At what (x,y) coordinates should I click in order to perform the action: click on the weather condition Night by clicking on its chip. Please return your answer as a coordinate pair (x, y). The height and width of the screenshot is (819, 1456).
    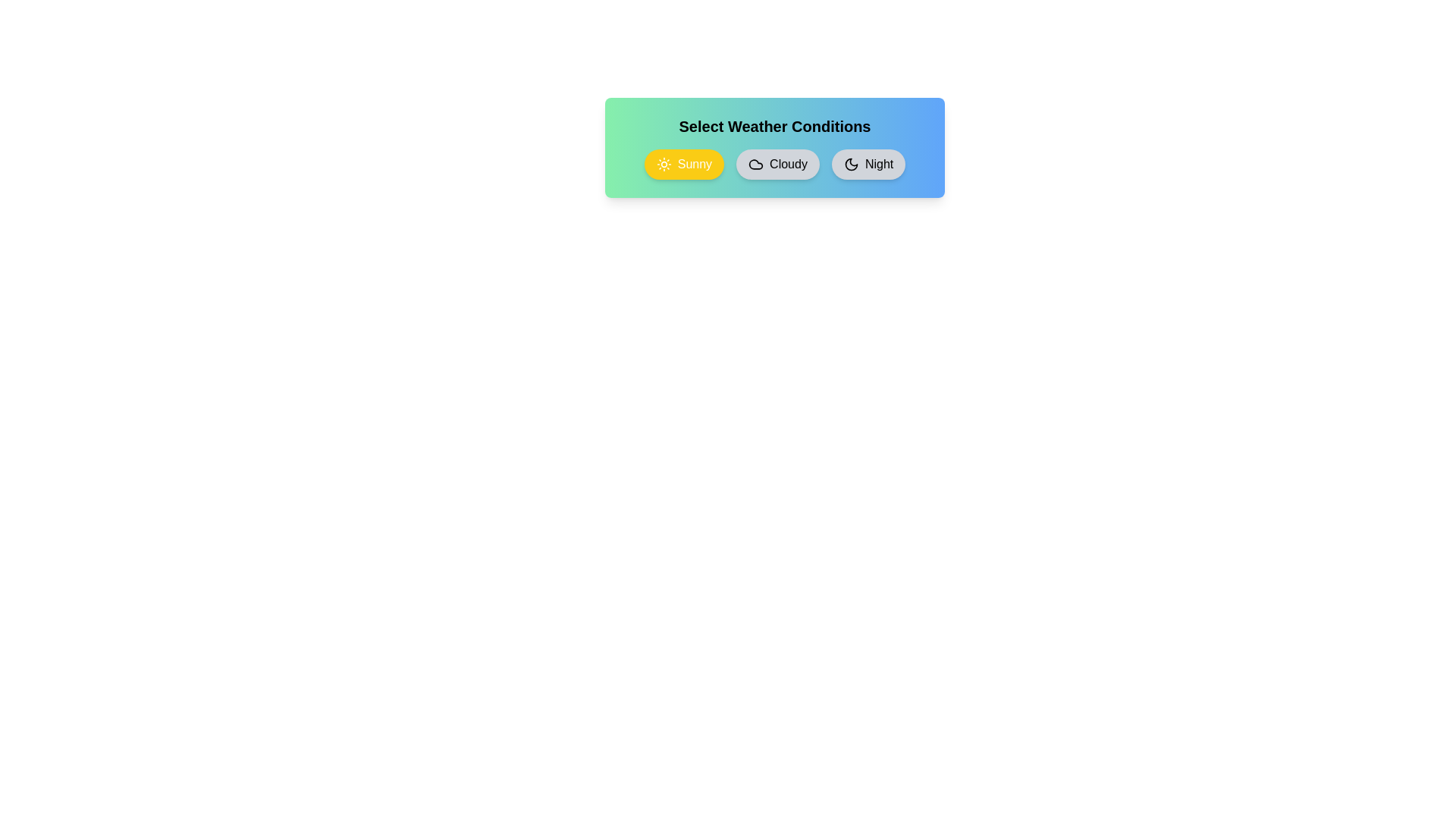
    Looking at the image, I should click on (868, 164).